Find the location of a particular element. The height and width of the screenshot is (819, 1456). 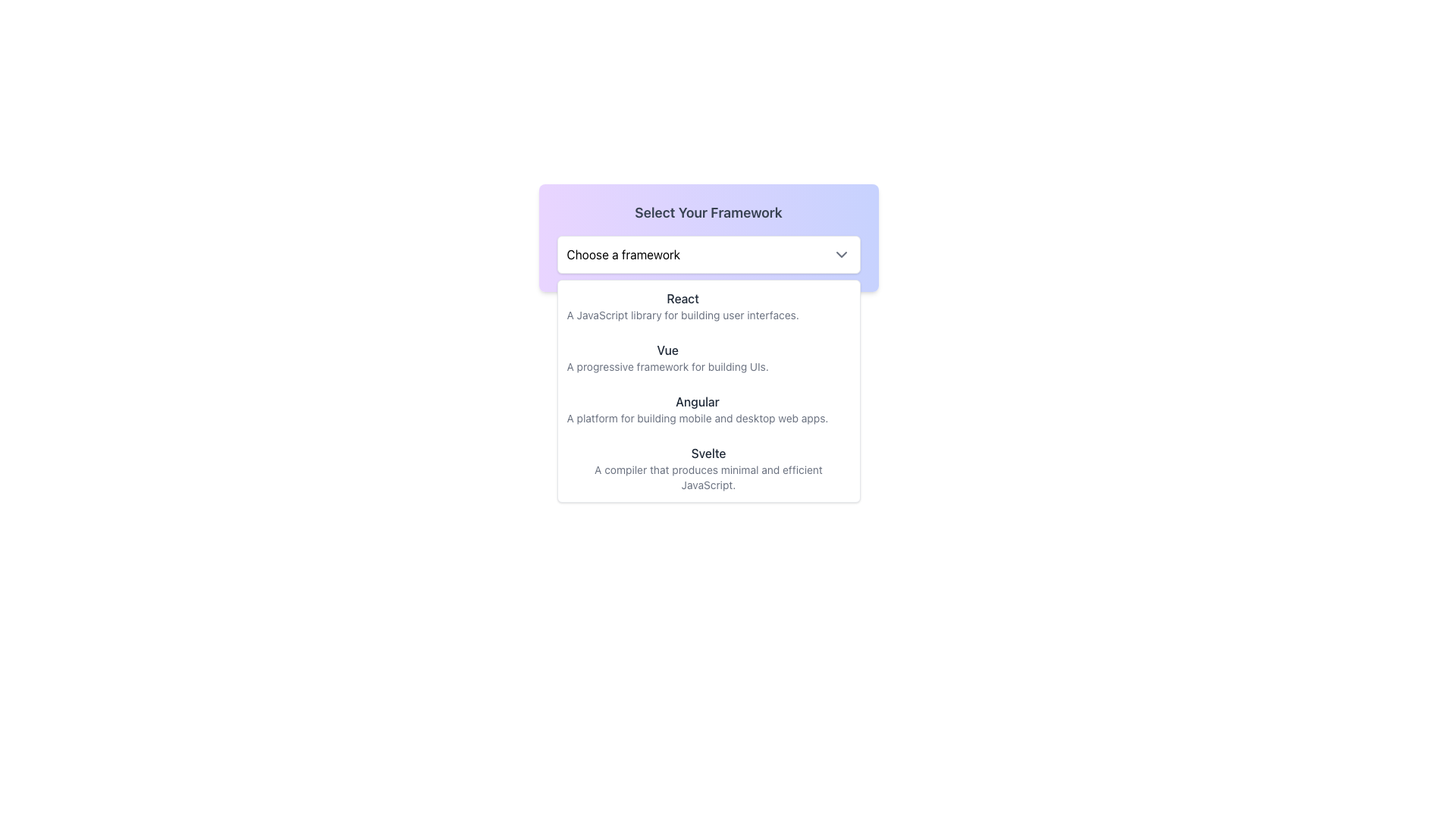

the 'Choose a framework' text label which indicates the current selection in the dropdown menu is located at coordinates (623, 253).